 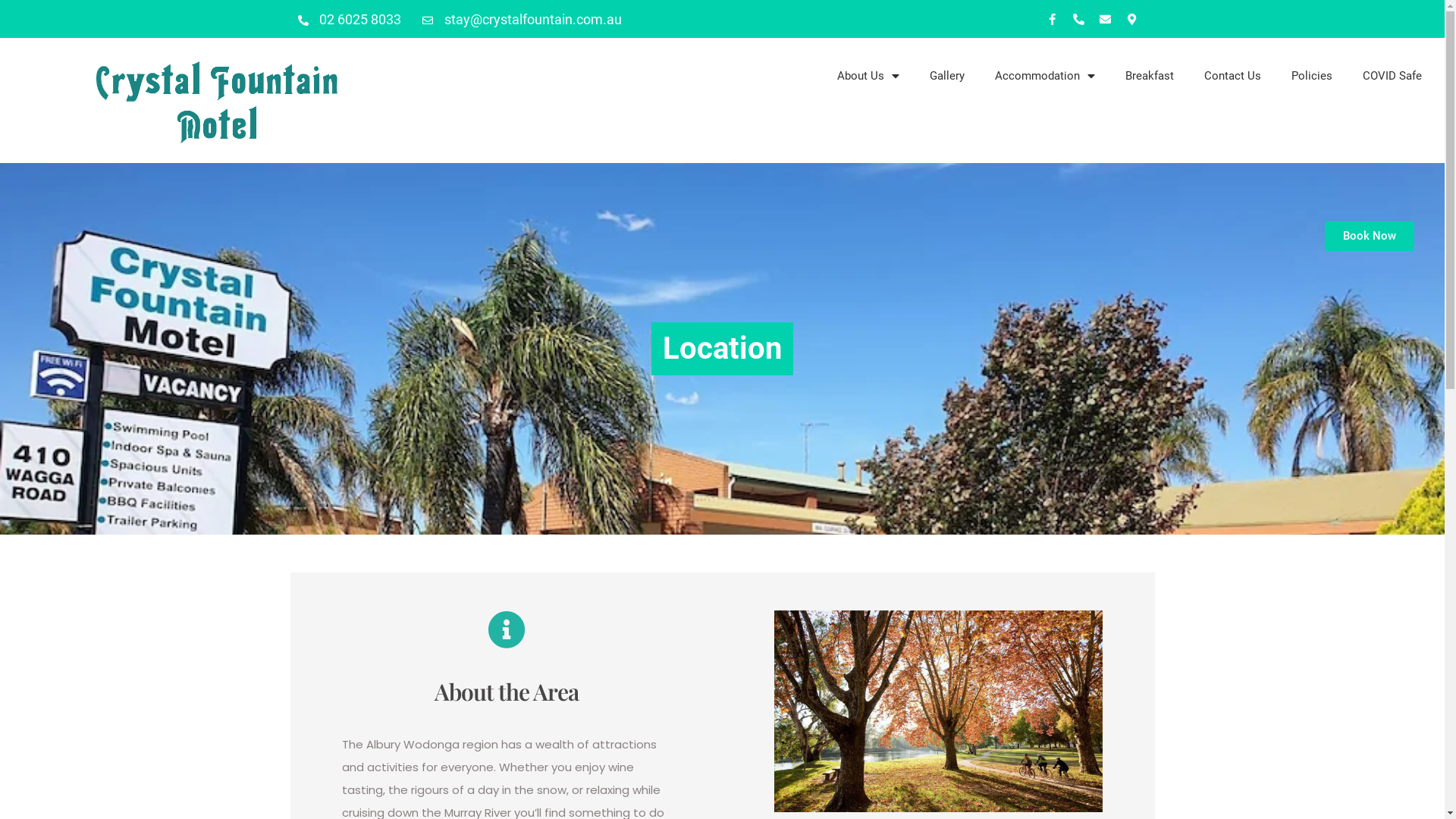 I want to click on 'stay@crystalfountain.com.au', so click(x=522, y=19).